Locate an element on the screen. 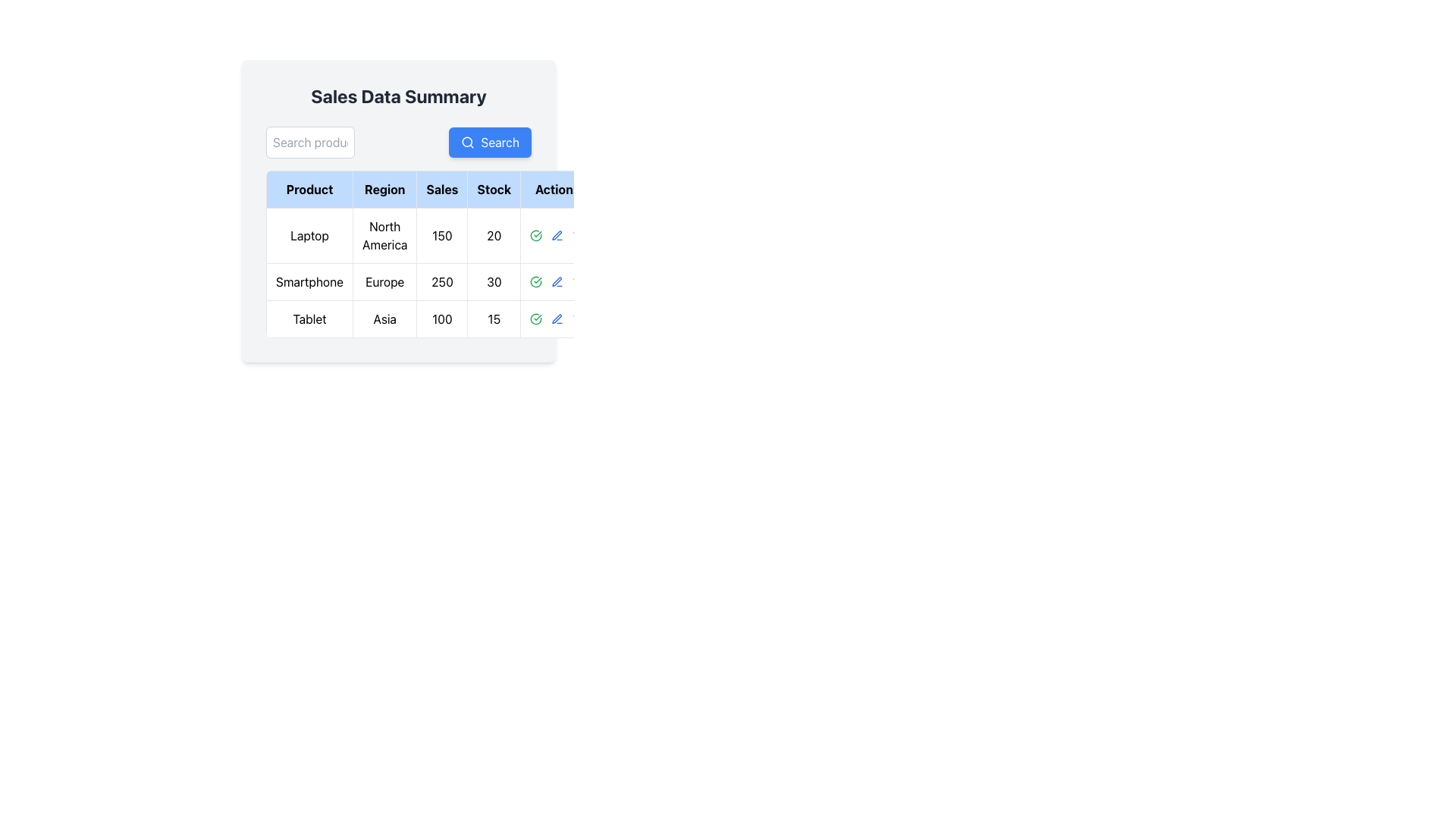 The height and width of the screenshot is (819, 1456). the table cell containing the text 'Tablet', which is the first cell in the third row under the 'Product' column is located at coordinates (309, 318).